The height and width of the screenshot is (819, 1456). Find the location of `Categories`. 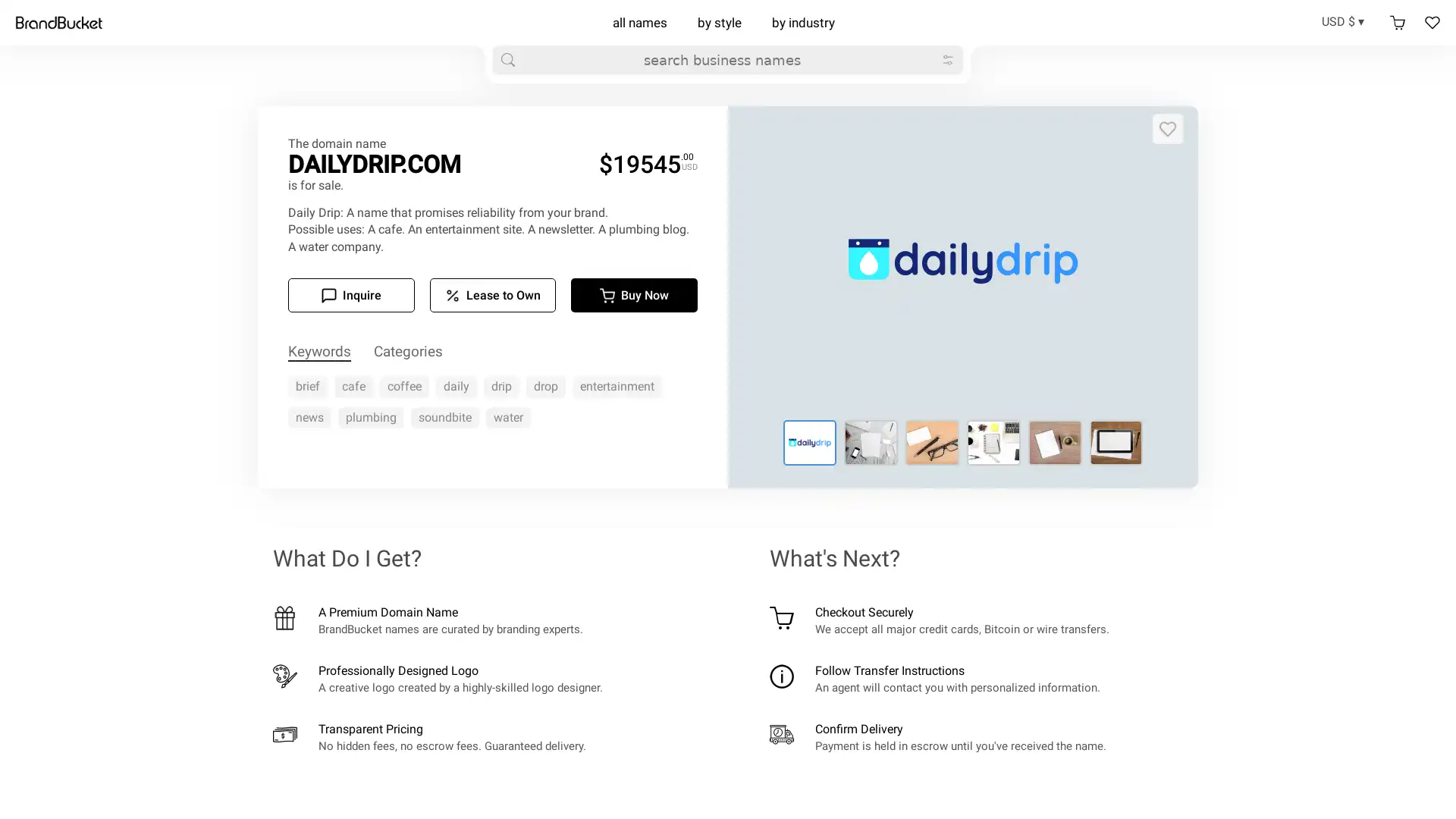

Categories is located at coordinates (408, 352).